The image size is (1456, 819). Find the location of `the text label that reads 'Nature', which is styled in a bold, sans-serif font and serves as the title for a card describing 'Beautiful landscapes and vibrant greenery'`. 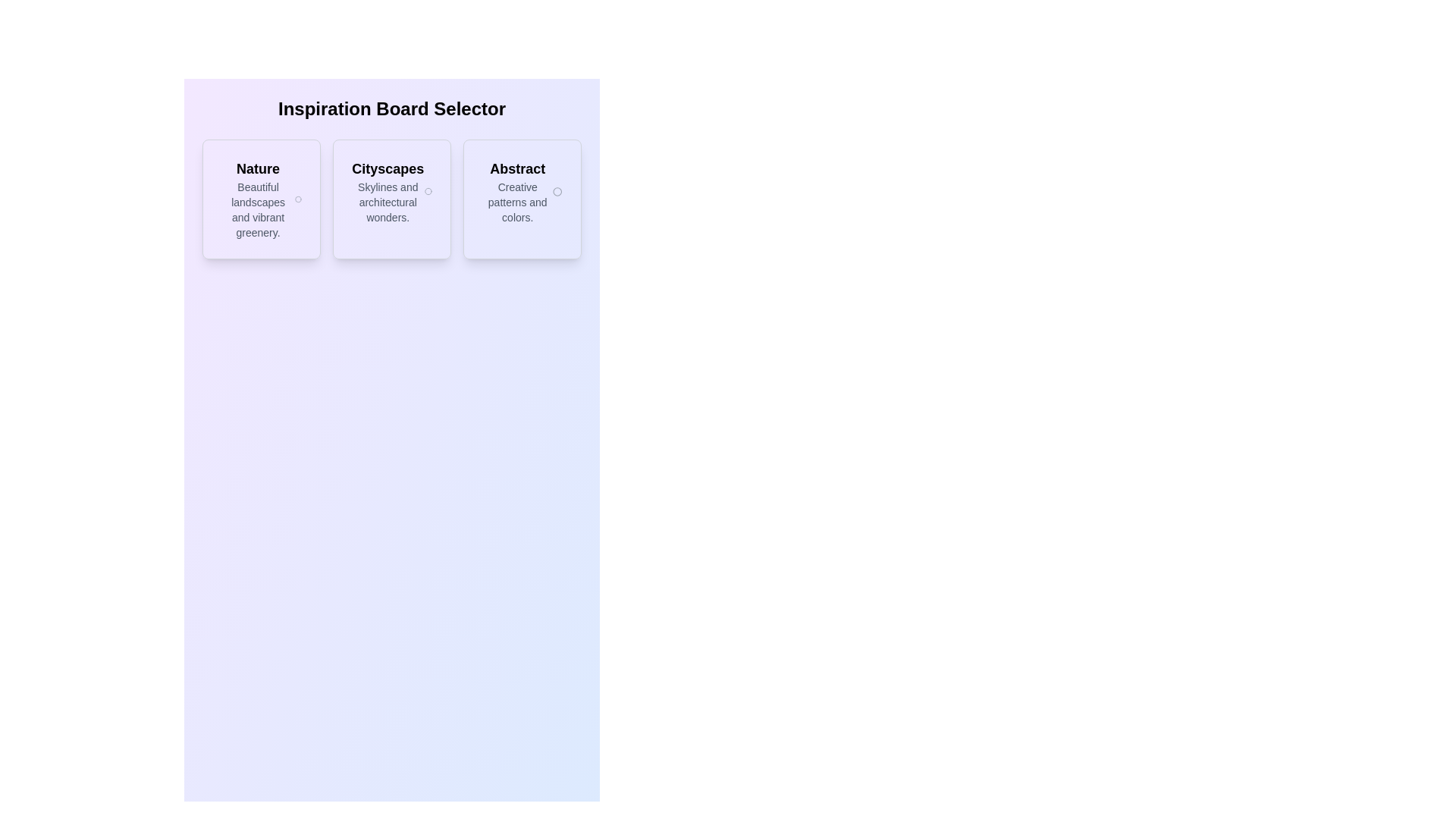

the text label that reads 'Nature', which is styled in a bold, sans-serif font and serves as the title for a card describing 'Beautiful landscapes and vibrant greenery' is located at coordinates (258, 169).